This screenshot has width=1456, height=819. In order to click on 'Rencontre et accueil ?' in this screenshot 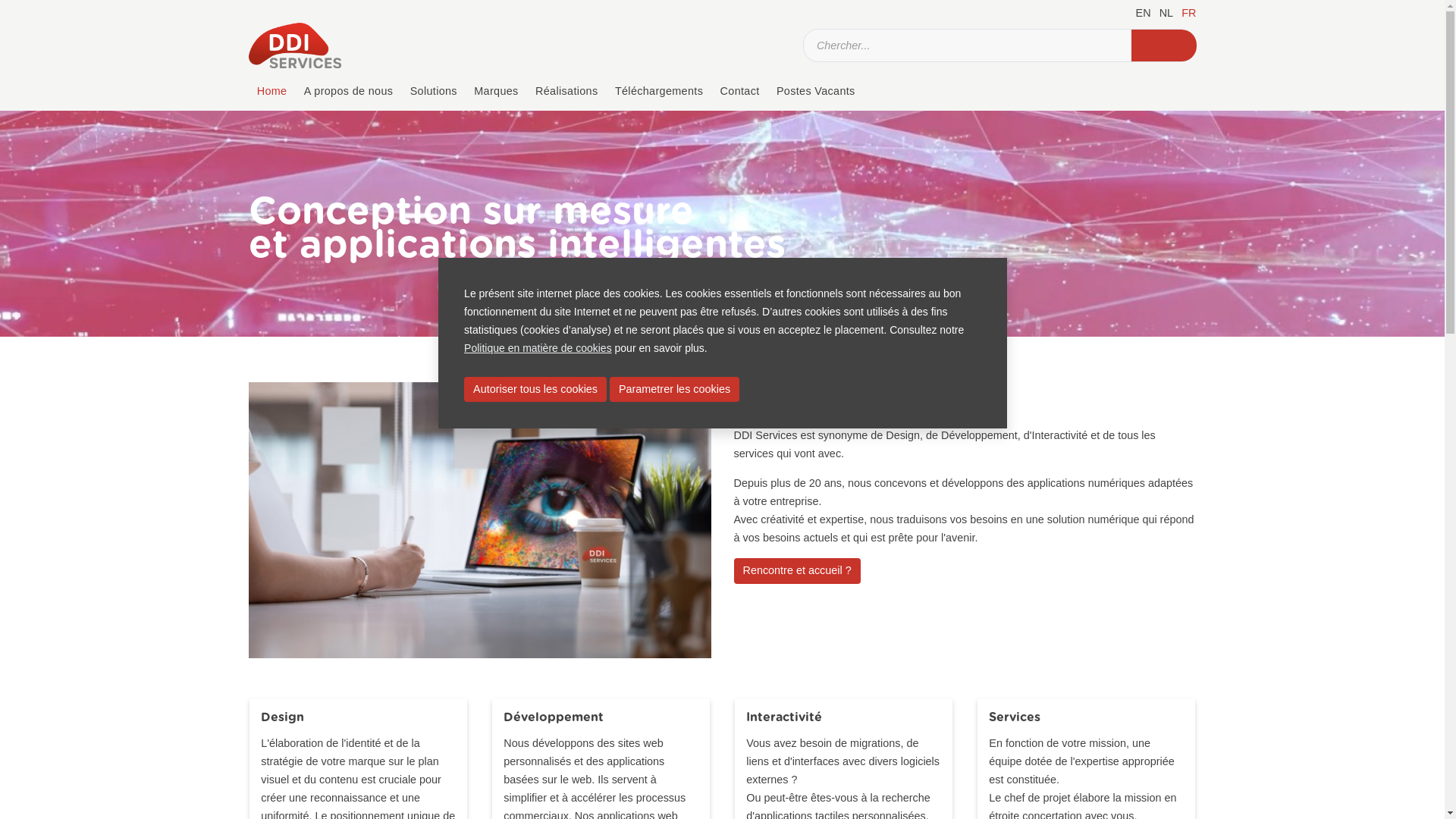, I will do `click(734, 570)`.